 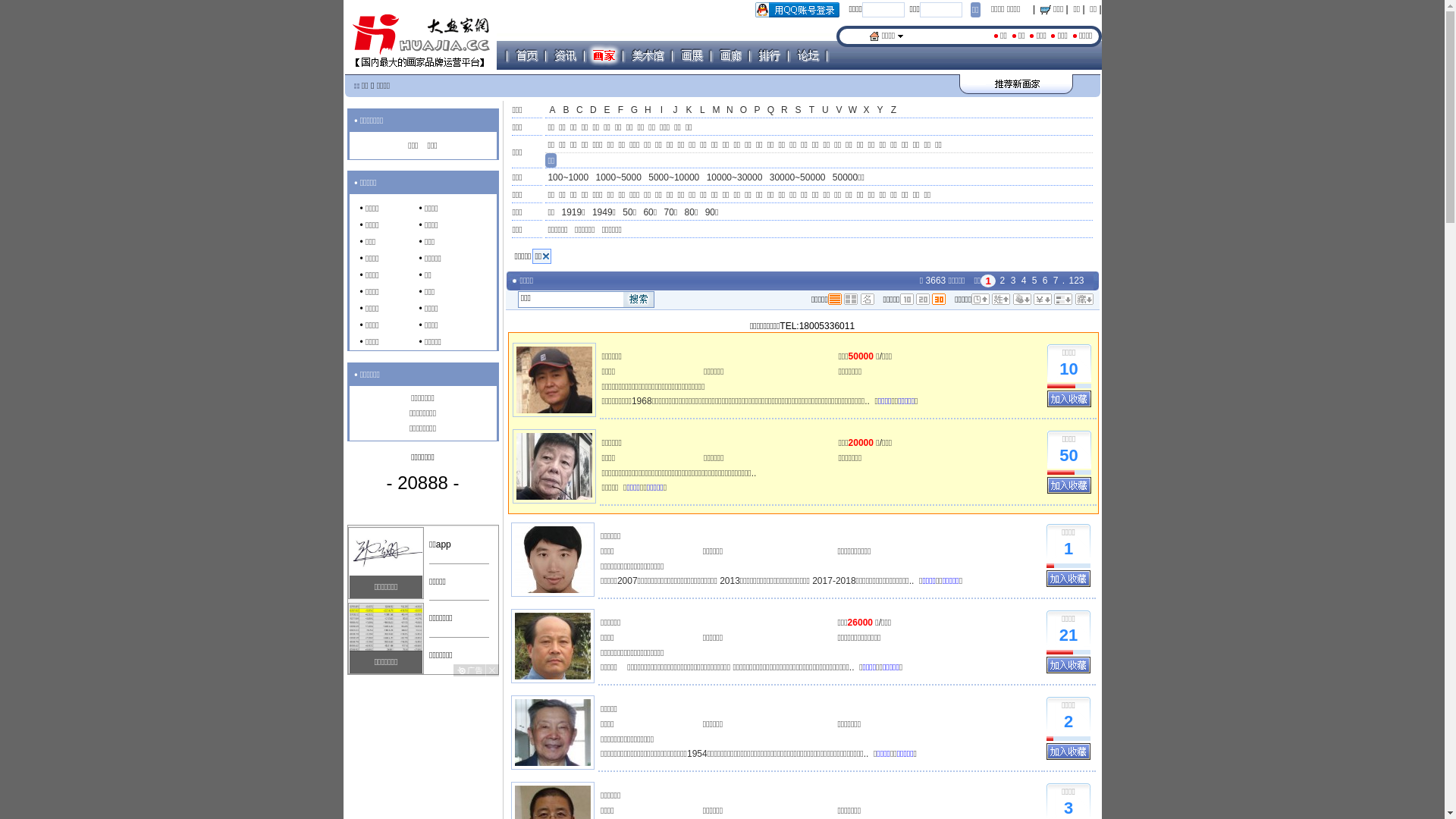 What do you see at coordinates (852, 110) in the screenshot?
I see `'W'` at bounding box center [852, 110].